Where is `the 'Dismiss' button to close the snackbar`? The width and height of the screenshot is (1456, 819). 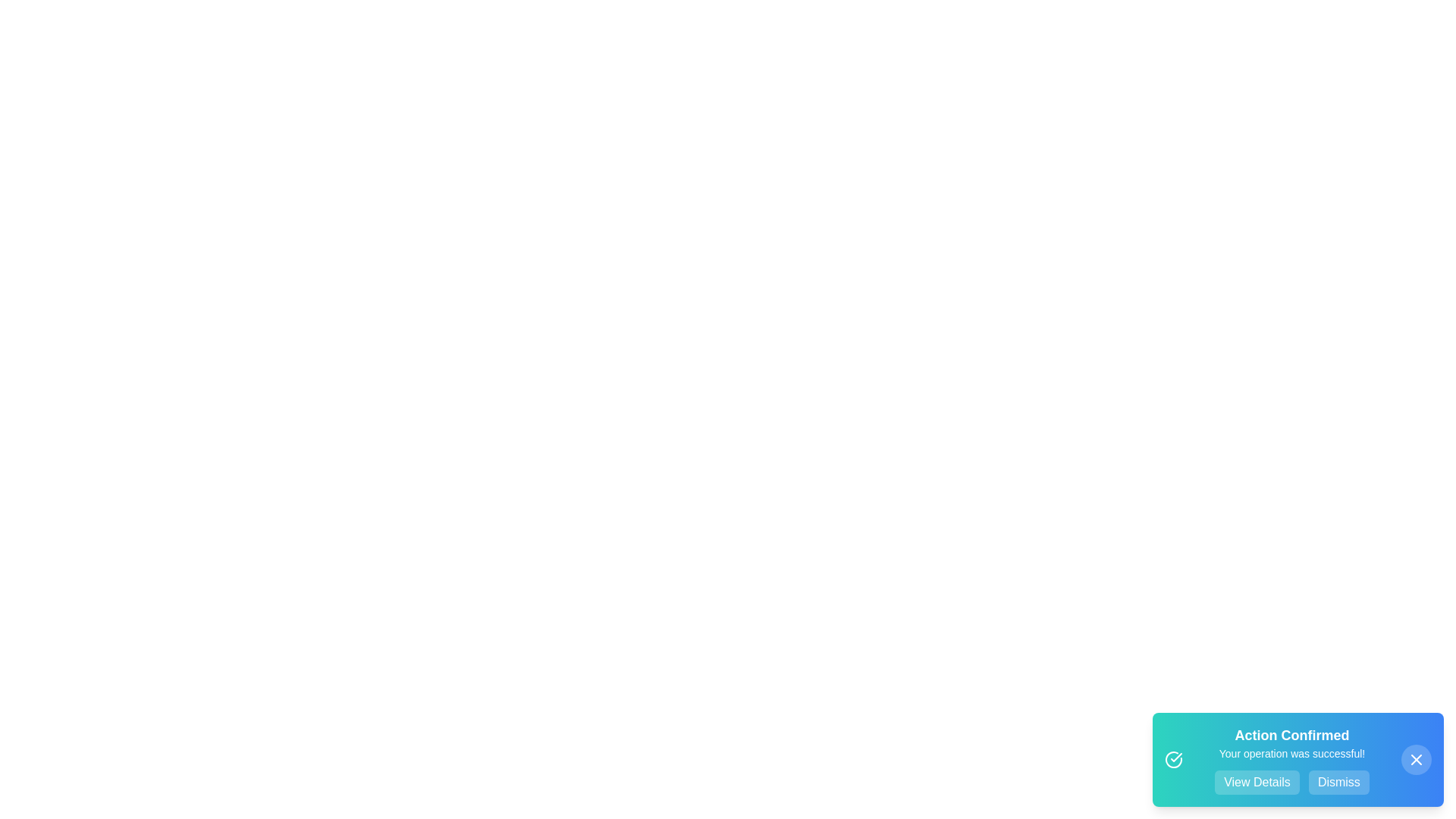 the 'Dismiss' button to close the snackbar is located at coordinates (1338, 783).